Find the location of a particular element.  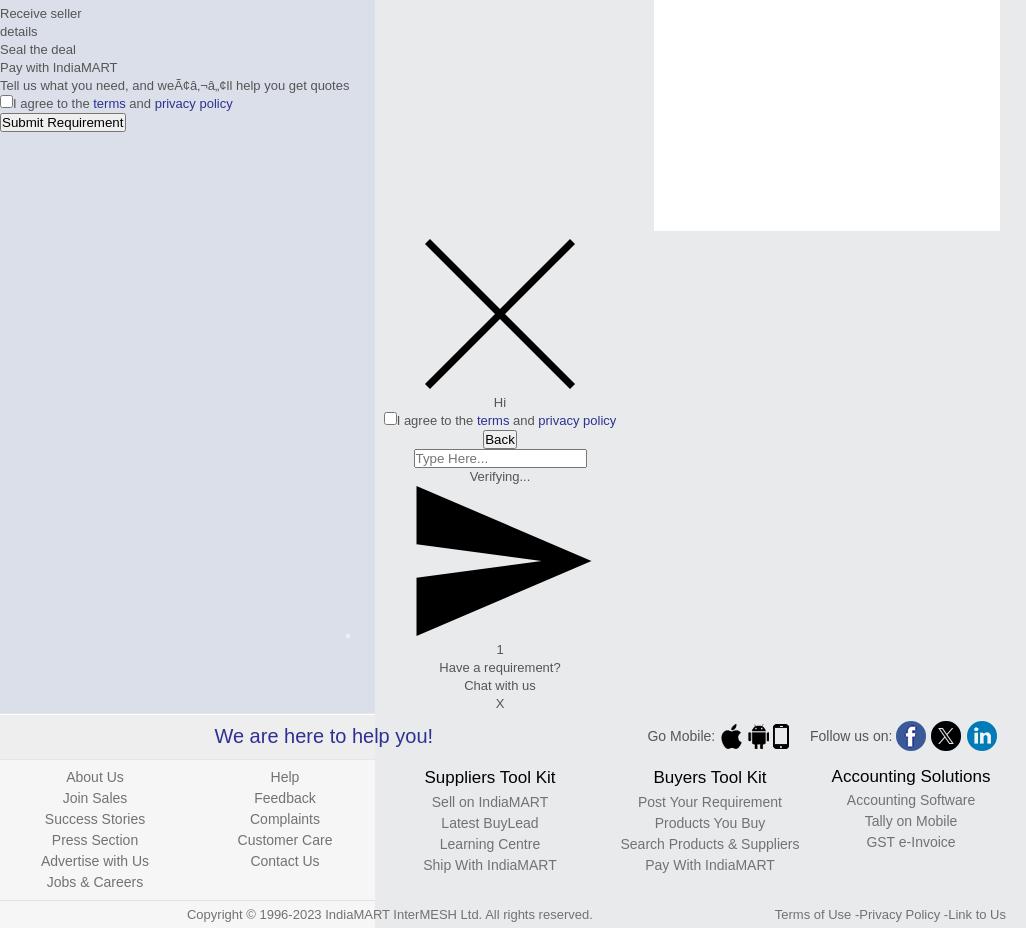

'1' is located at coordinates (494, 649).